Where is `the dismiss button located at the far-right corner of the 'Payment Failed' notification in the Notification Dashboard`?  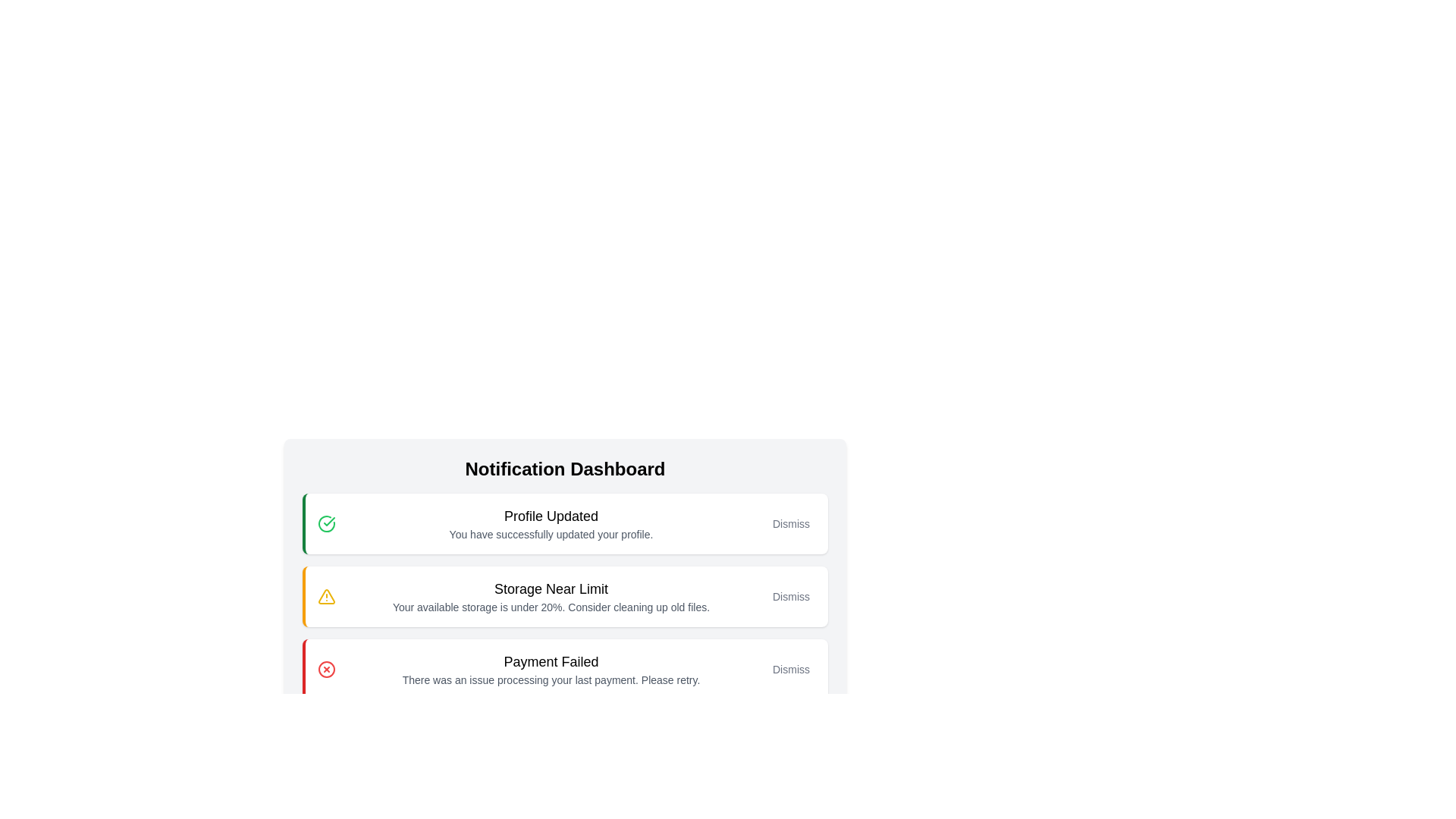
the dismiss button located at the far-right corner of the 'Payment Failed' notification in the Notification Dashboard is located at coordinates (790, 669).